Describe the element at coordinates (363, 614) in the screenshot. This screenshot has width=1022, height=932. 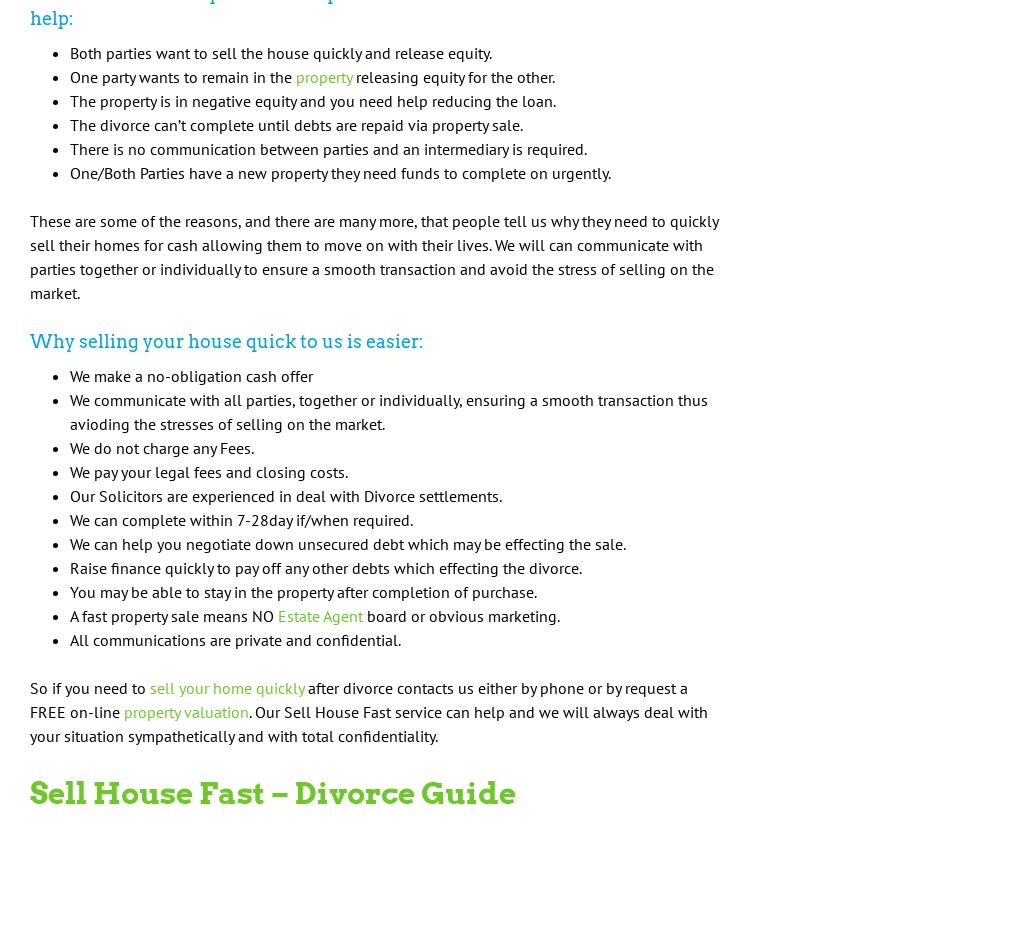
I see `'board or obvious marketing.'` at that location.